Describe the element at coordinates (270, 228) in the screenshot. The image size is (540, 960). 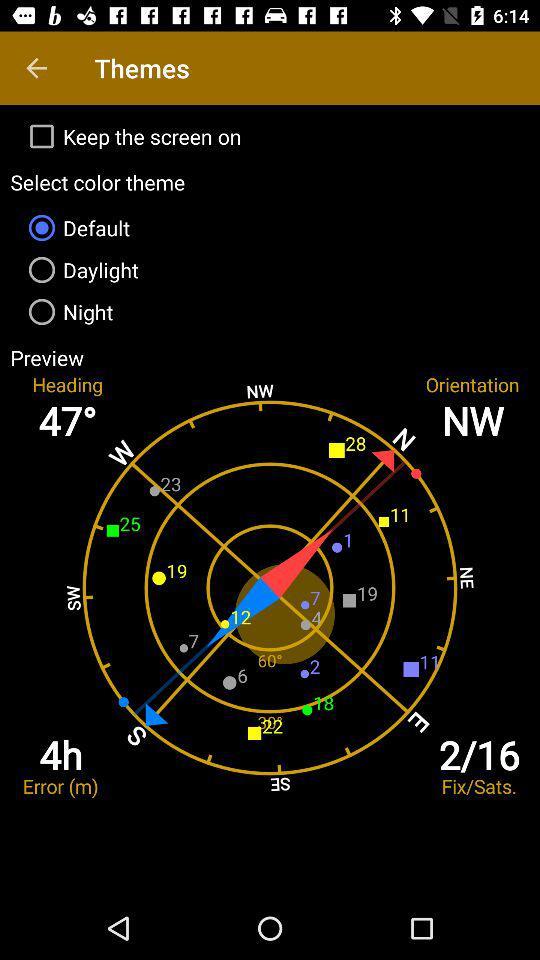
I see `icon above daylight item` at that location.